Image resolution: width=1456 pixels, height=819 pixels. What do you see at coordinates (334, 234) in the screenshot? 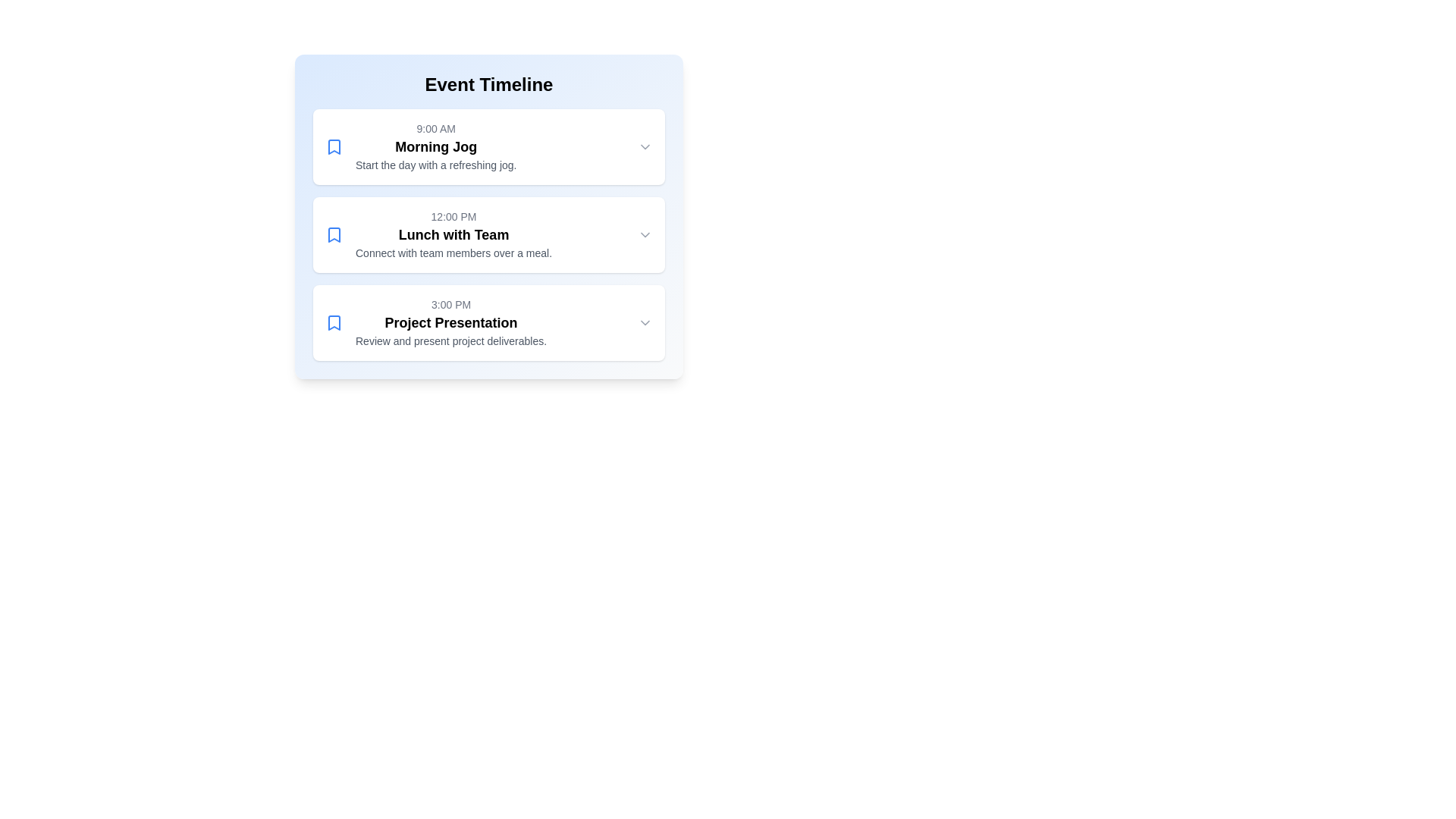
I see `the bookmark icon located at the beginning of the 'Lunch with Team' event card in the event timeline` at bounding box center [334, 234].